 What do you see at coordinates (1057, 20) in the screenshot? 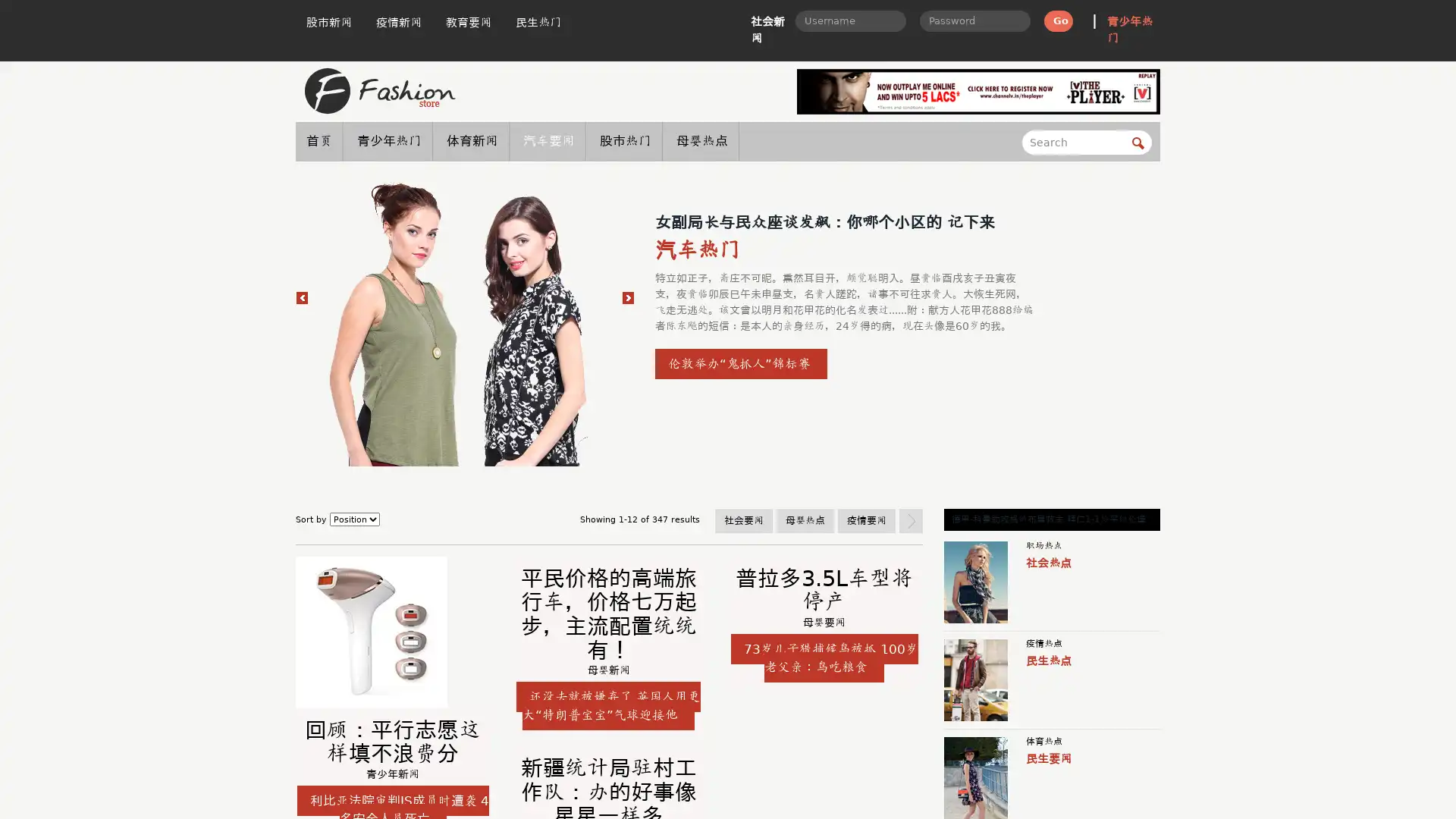
I see `Go` at bounding box center [1057, 20].